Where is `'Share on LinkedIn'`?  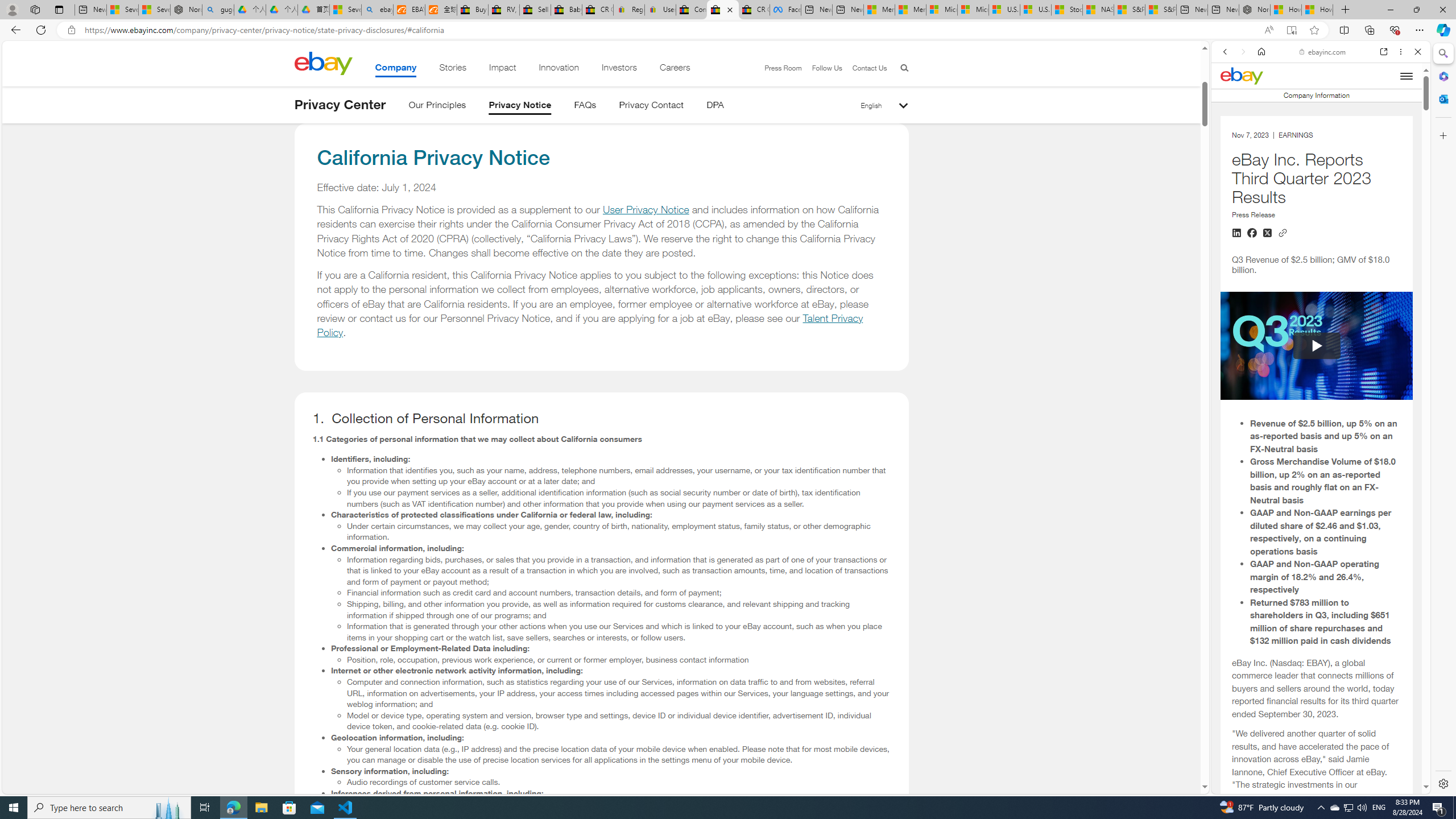
'Share on LinkedIn' is located at coordinates (1236, 233).